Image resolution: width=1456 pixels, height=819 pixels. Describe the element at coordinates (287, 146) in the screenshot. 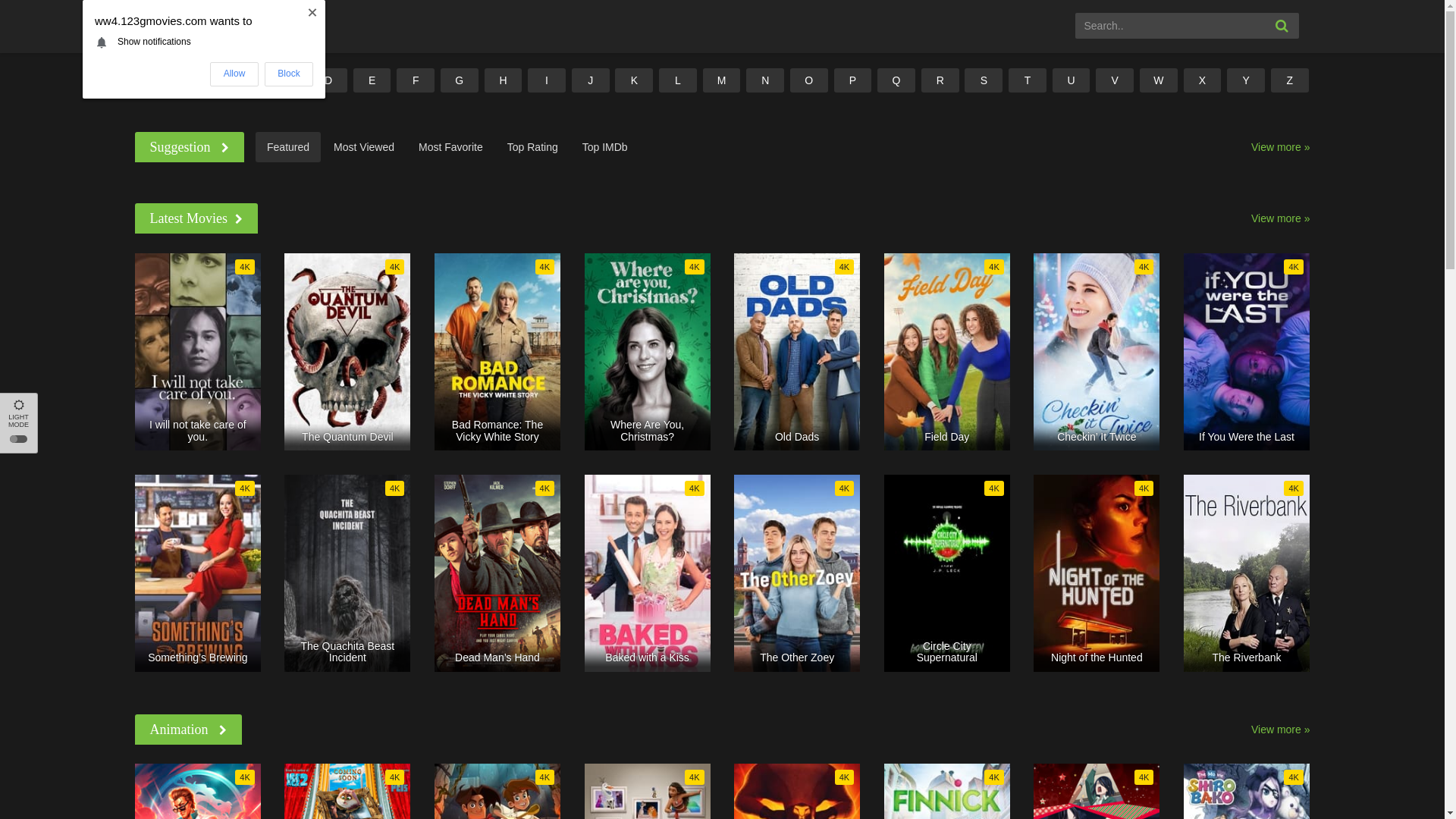

I see `'Featured'` at that location.